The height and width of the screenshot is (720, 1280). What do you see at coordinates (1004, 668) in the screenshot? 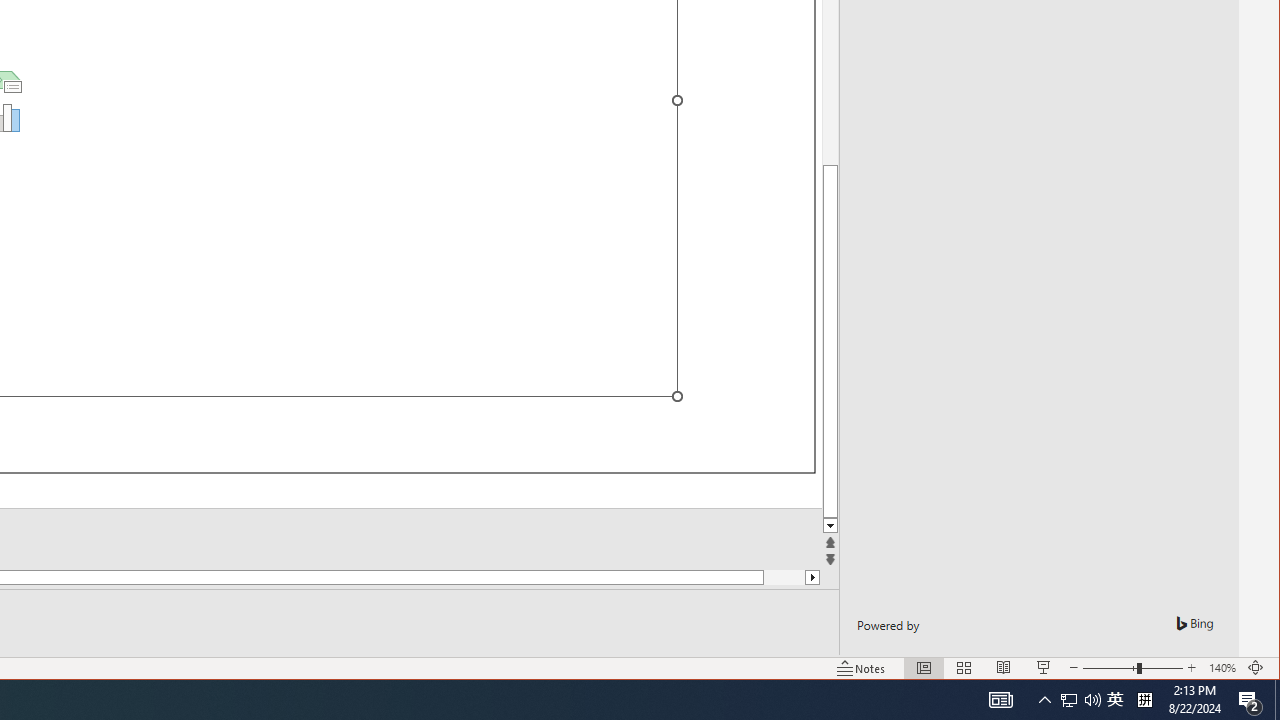
I see `'Reading View'` at bounding box center [1004, 668].